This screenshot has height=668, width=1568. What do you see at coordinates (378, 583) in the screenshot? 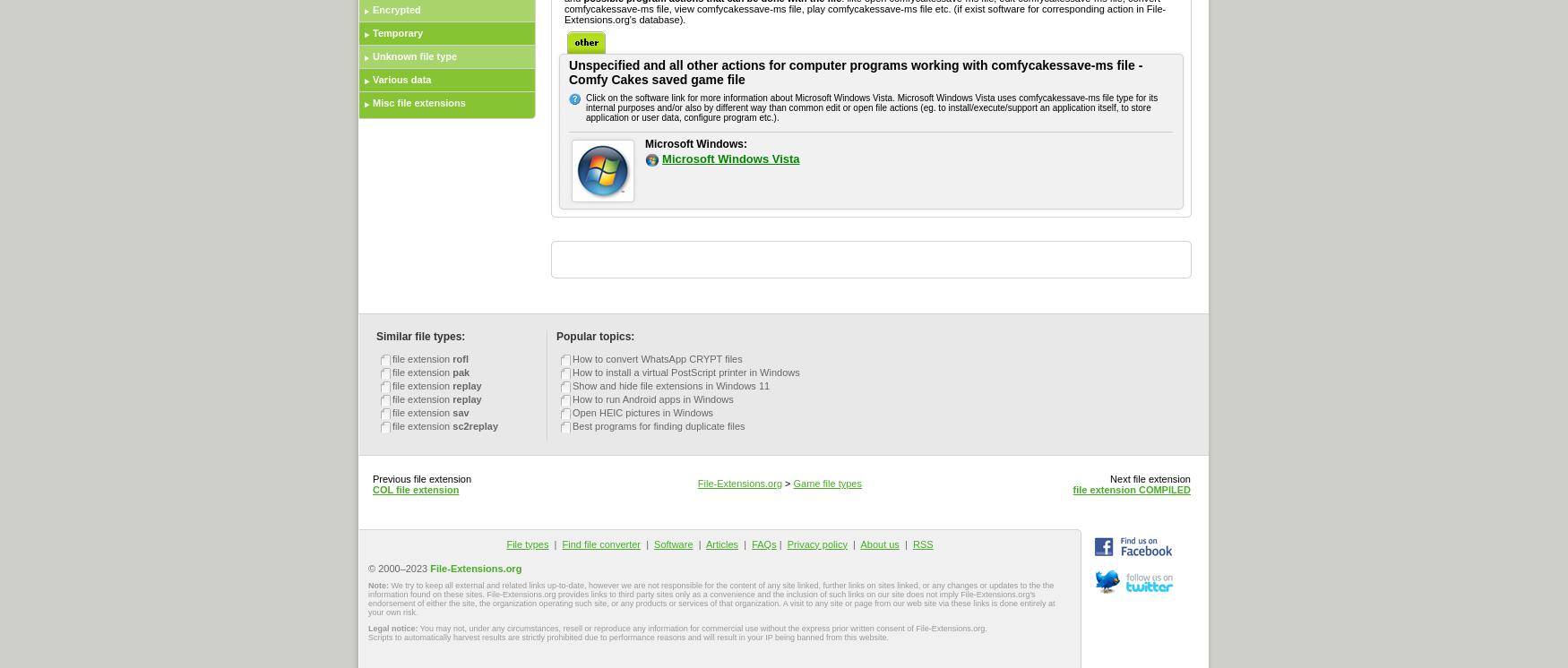
I see `'Note:'` at bounding box center [378, 583].